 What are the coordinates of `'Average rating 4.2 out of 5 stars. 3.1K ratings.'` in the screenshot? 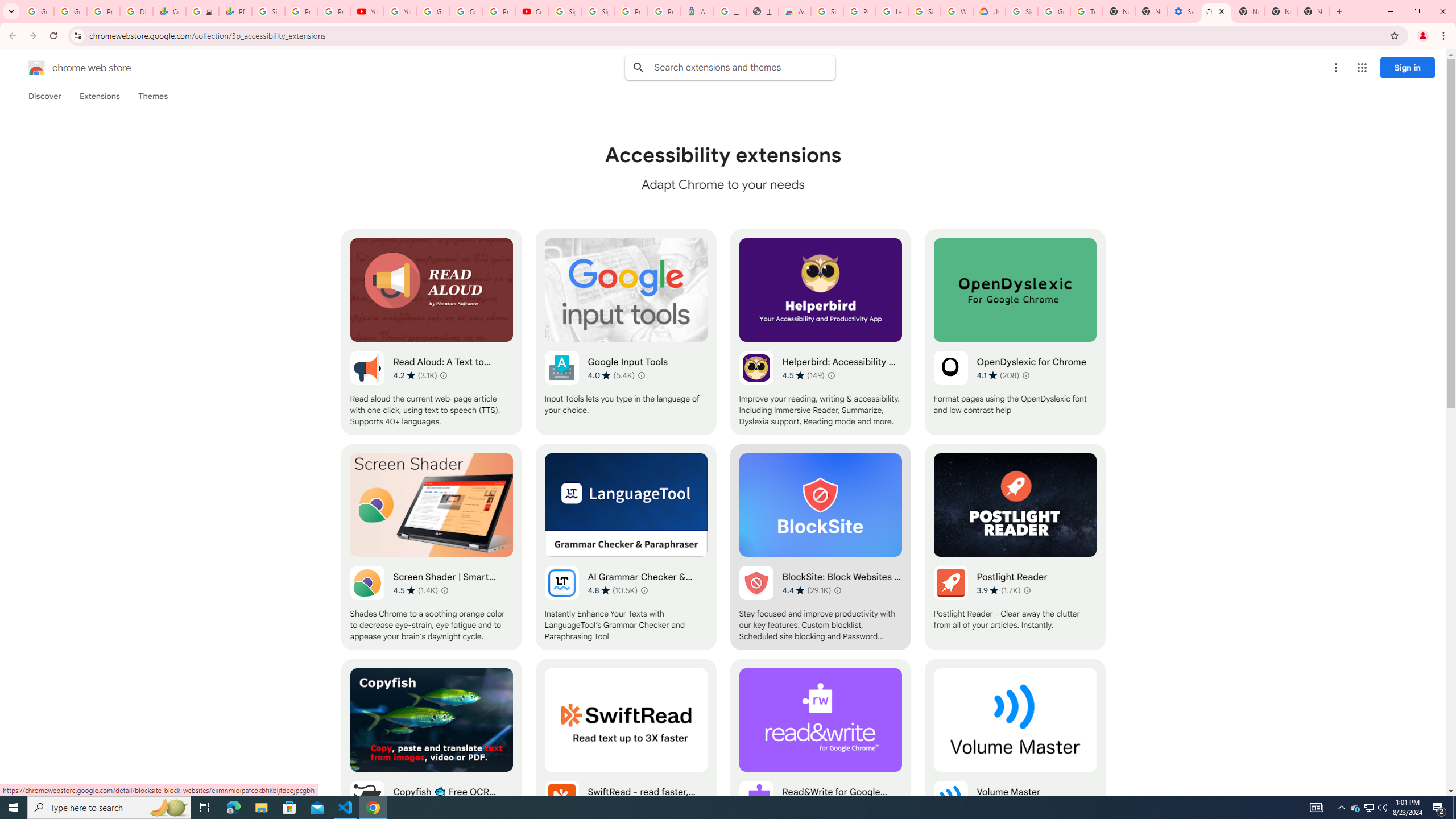 It's located at (415, 375).